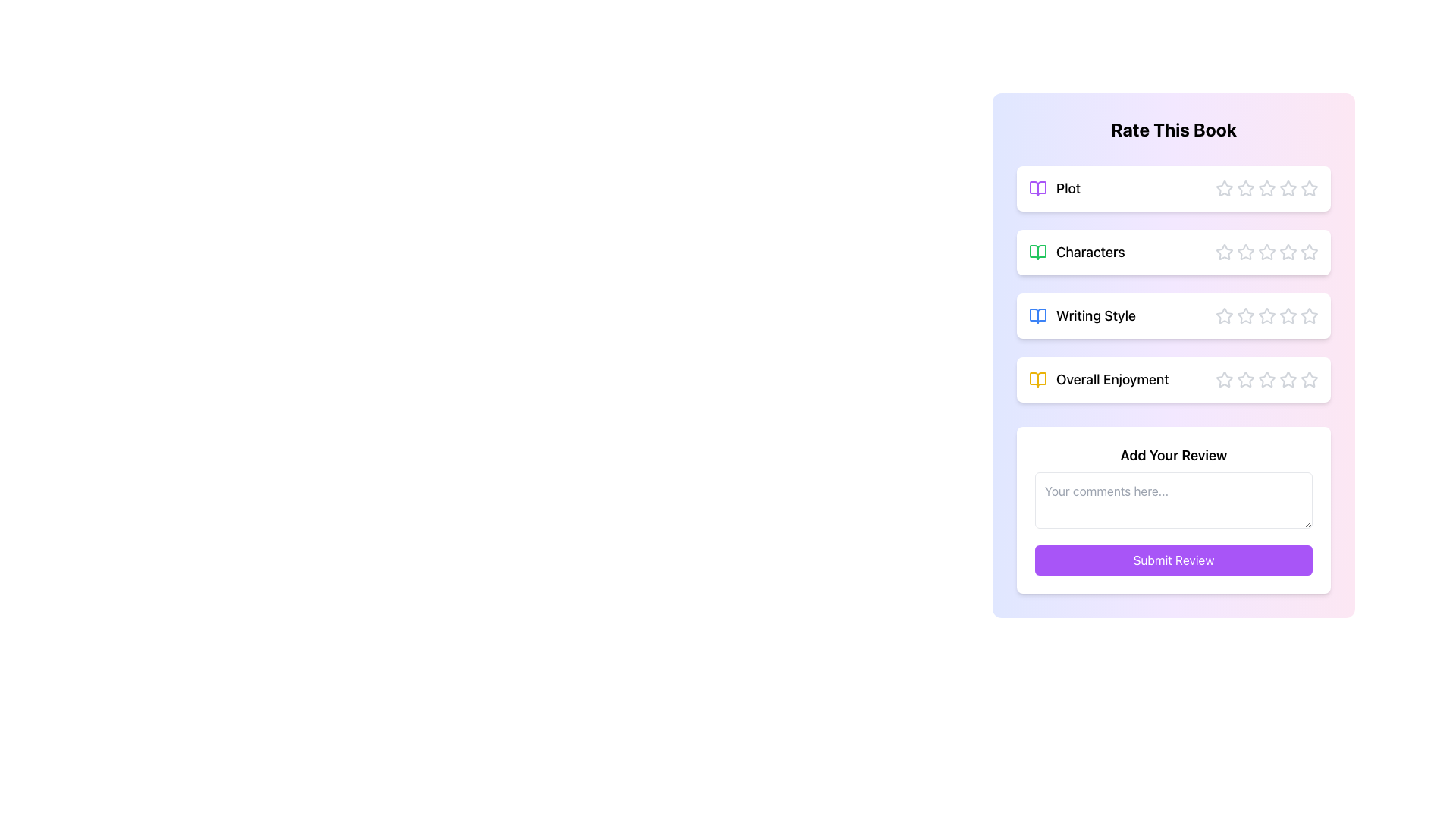 Image resolution: width=1456 pixels, height=819 pixels. What do you see at coordinates (1224, 251) in the screenshot?
I see `the first star icon in the 'Rate This Book' panel` at bounding box center [1224, 251].